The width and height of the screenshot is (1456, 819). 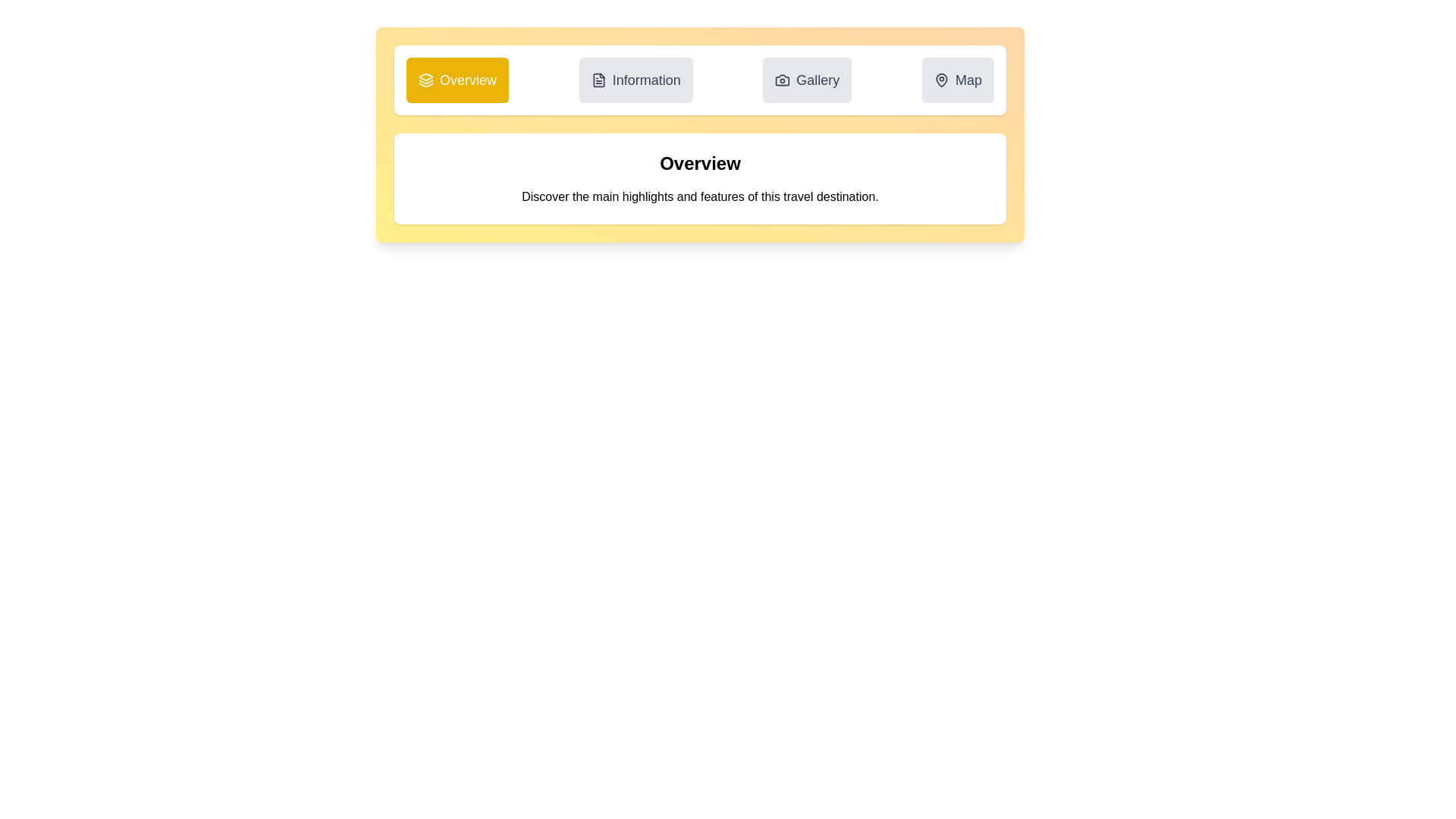 What do you see at coordinates (635, 80) in the screenshot?
I see `the tab labeled Information to observe its hover effect` at bounding box center [635, 80].